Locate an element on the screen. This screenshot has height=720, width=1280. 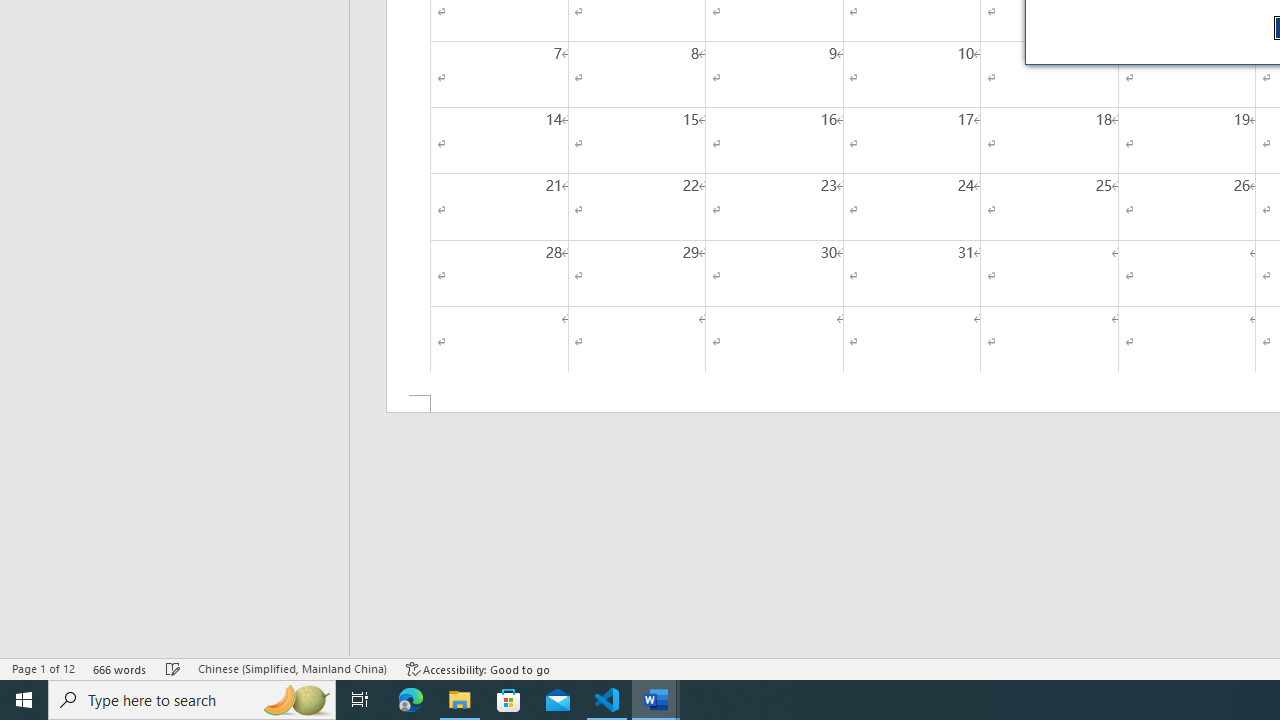
'Start' is located at coordinates (24, 698).